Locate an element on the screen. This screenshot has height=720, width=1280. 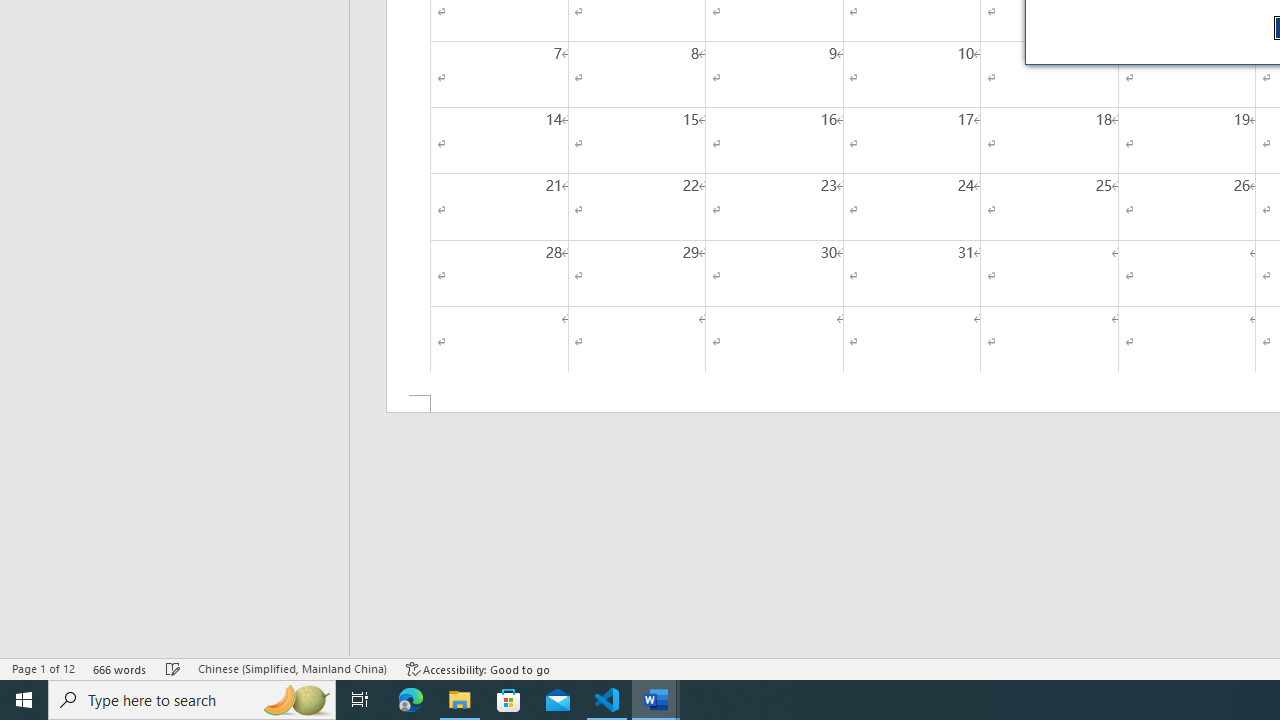
'Start' is located at coordinates (24, 698).